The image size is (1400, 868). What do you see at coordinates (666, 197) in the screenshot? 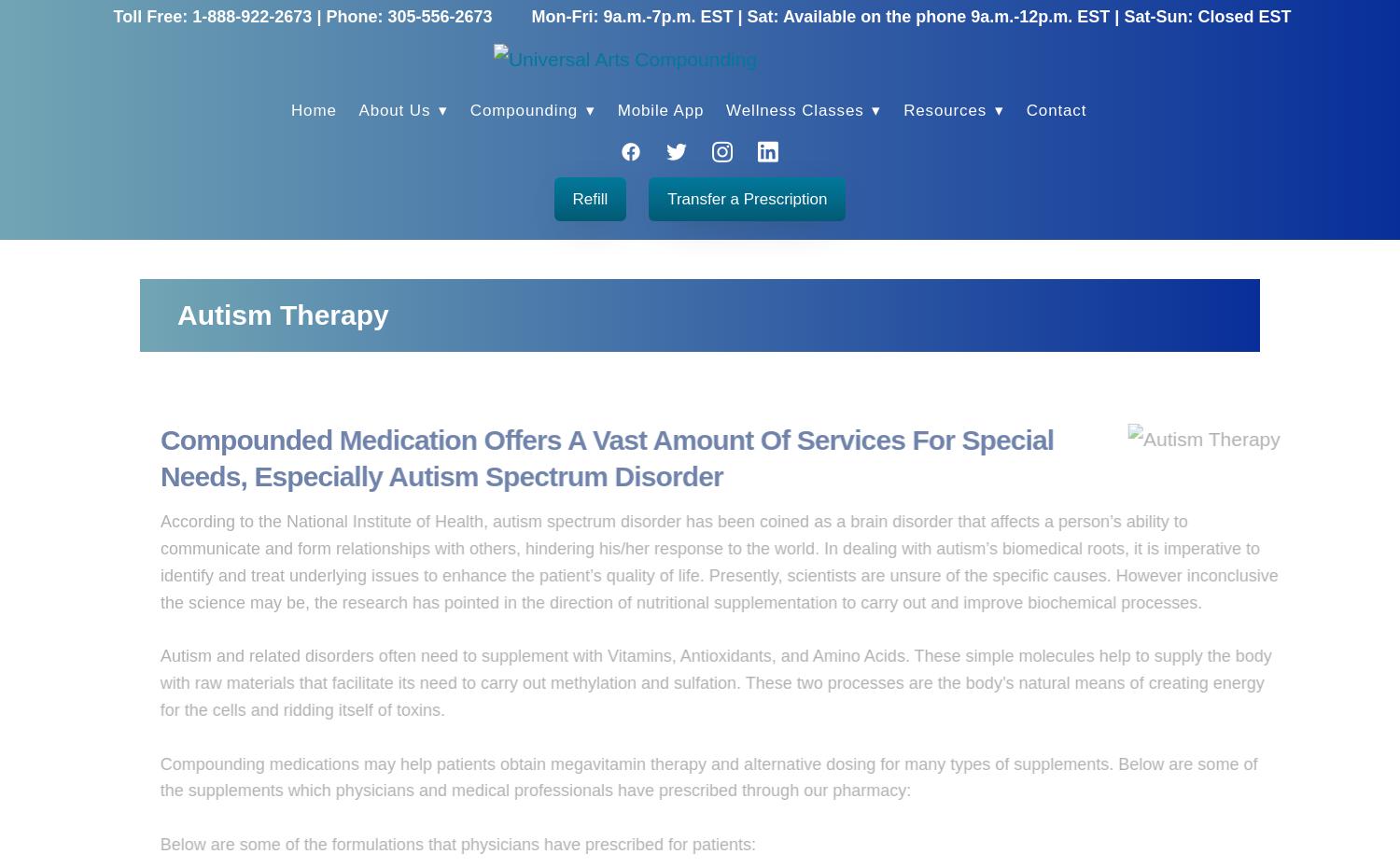
I see `'Transfer a Prescription'` at bounding box center [666, 197].